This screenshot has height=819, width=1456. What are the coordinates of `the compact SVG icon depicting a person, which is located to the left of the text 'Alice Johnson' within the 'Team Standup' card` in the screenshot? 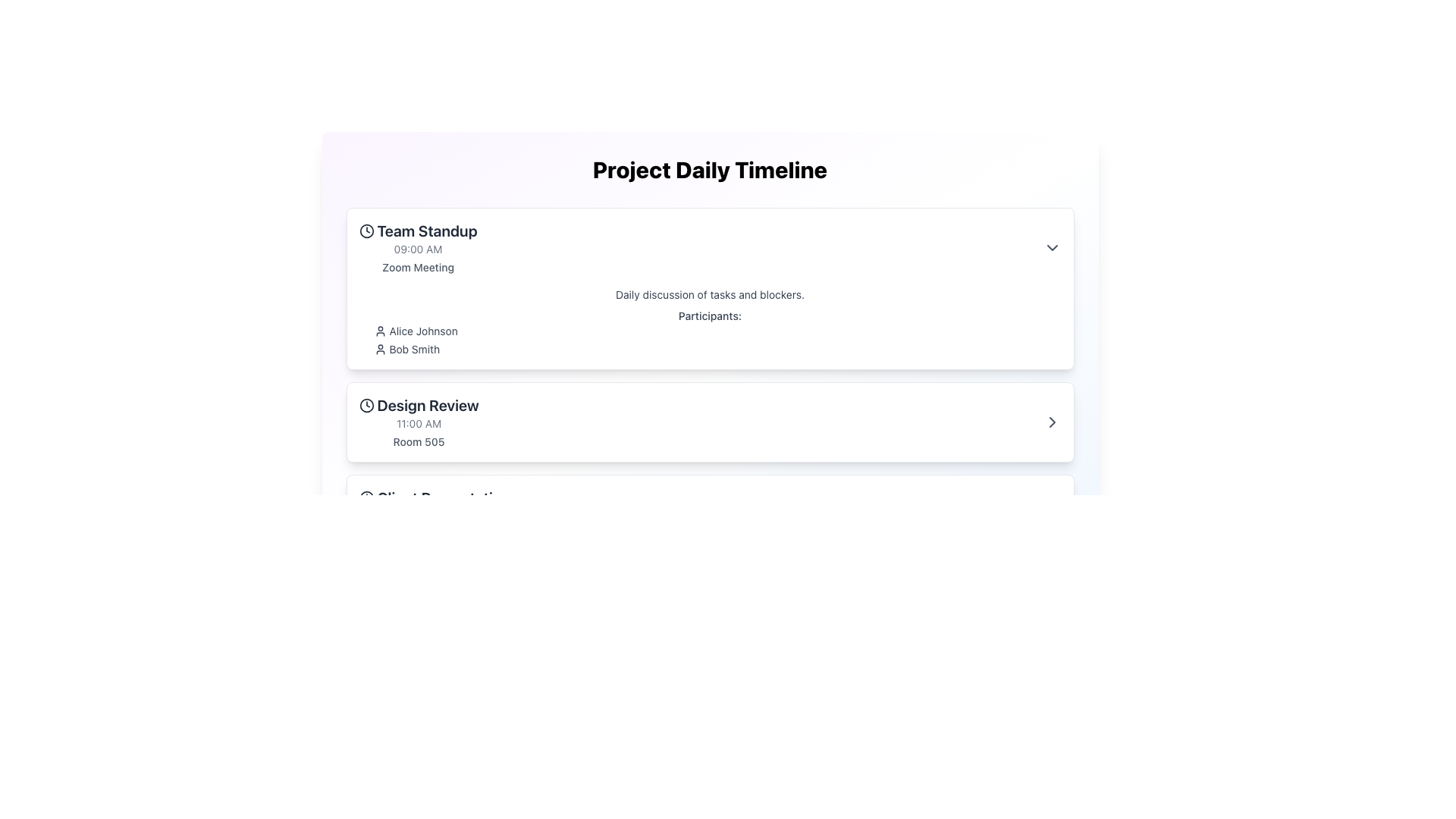 It's located at (380, 330).